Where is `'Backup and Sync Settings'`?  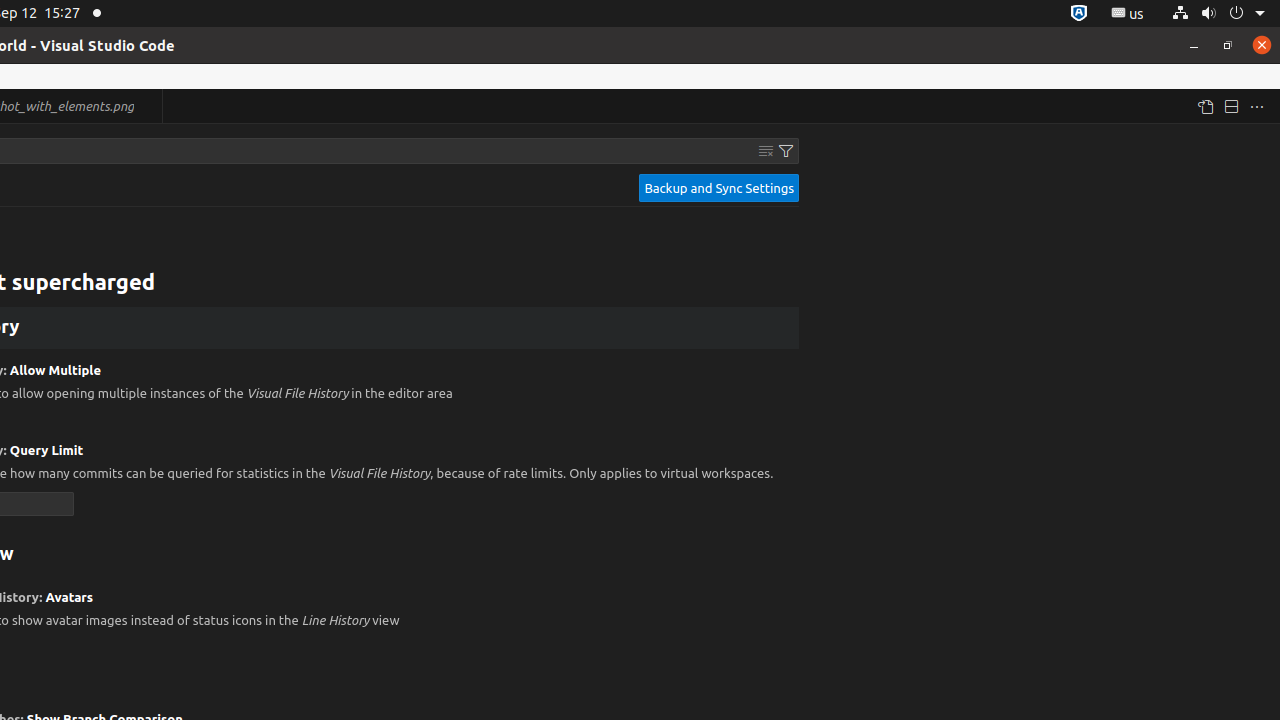
'Backup and Sync Settings' is located at coordinates (718, 187).